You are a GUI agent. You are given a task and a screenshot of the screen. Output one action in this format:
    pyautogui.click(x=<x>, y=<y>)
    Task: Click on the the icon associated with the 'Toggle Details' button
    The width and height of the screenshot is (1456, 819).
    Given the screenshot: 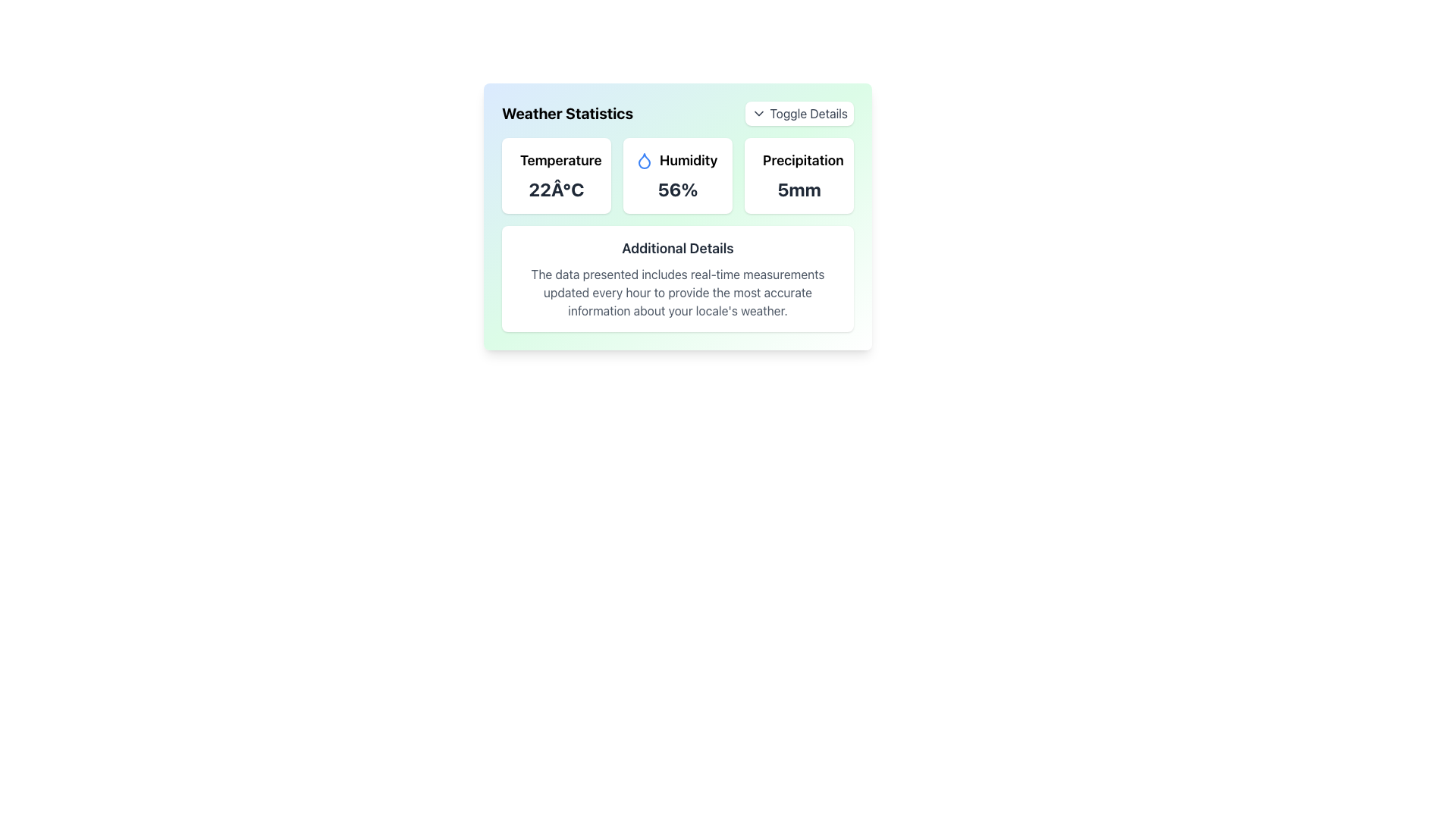 What is the action you would take?
    pyautogui.click(x=759, y=113)
    